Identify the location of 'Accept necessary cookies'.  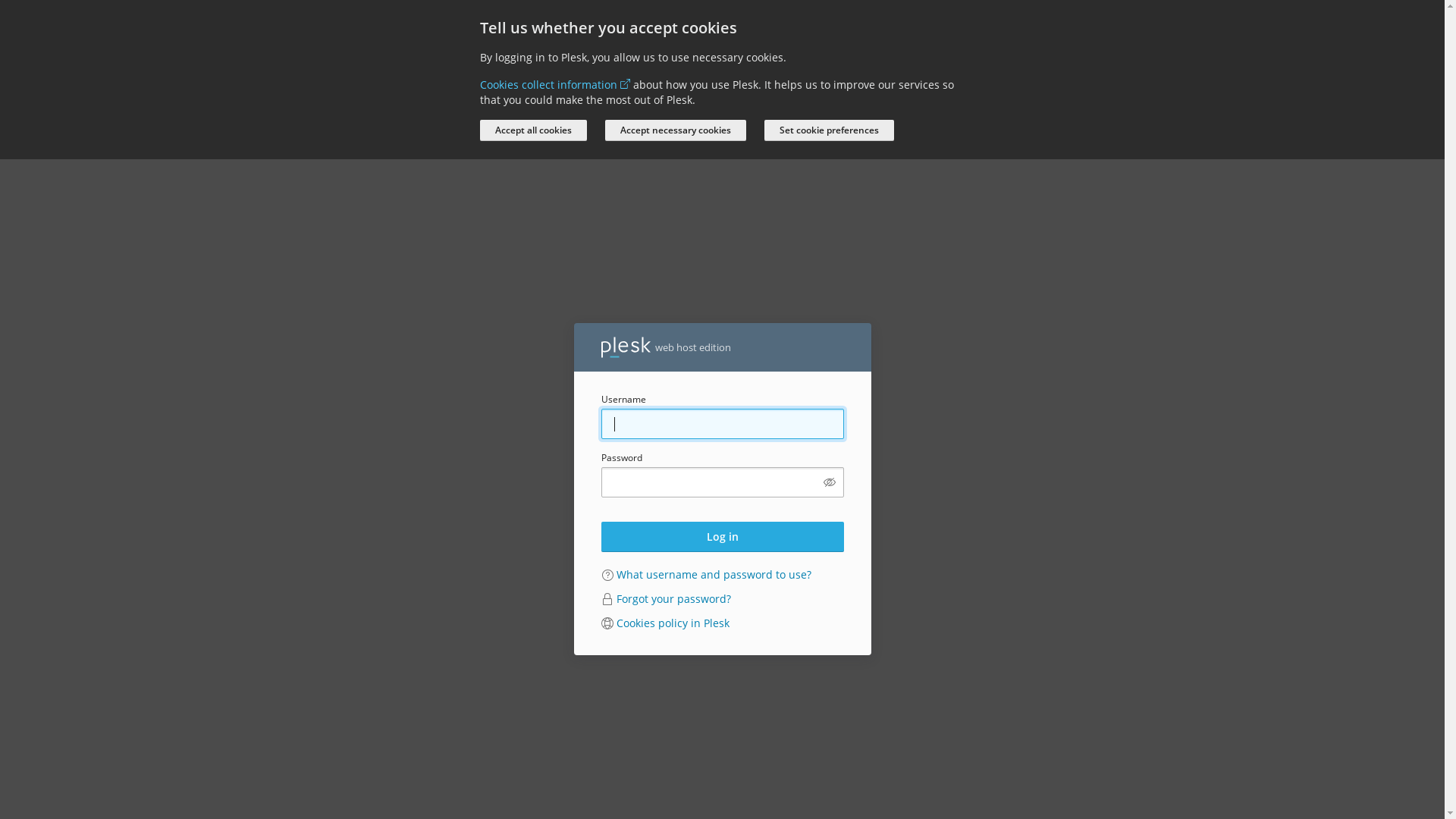
(675, 130).